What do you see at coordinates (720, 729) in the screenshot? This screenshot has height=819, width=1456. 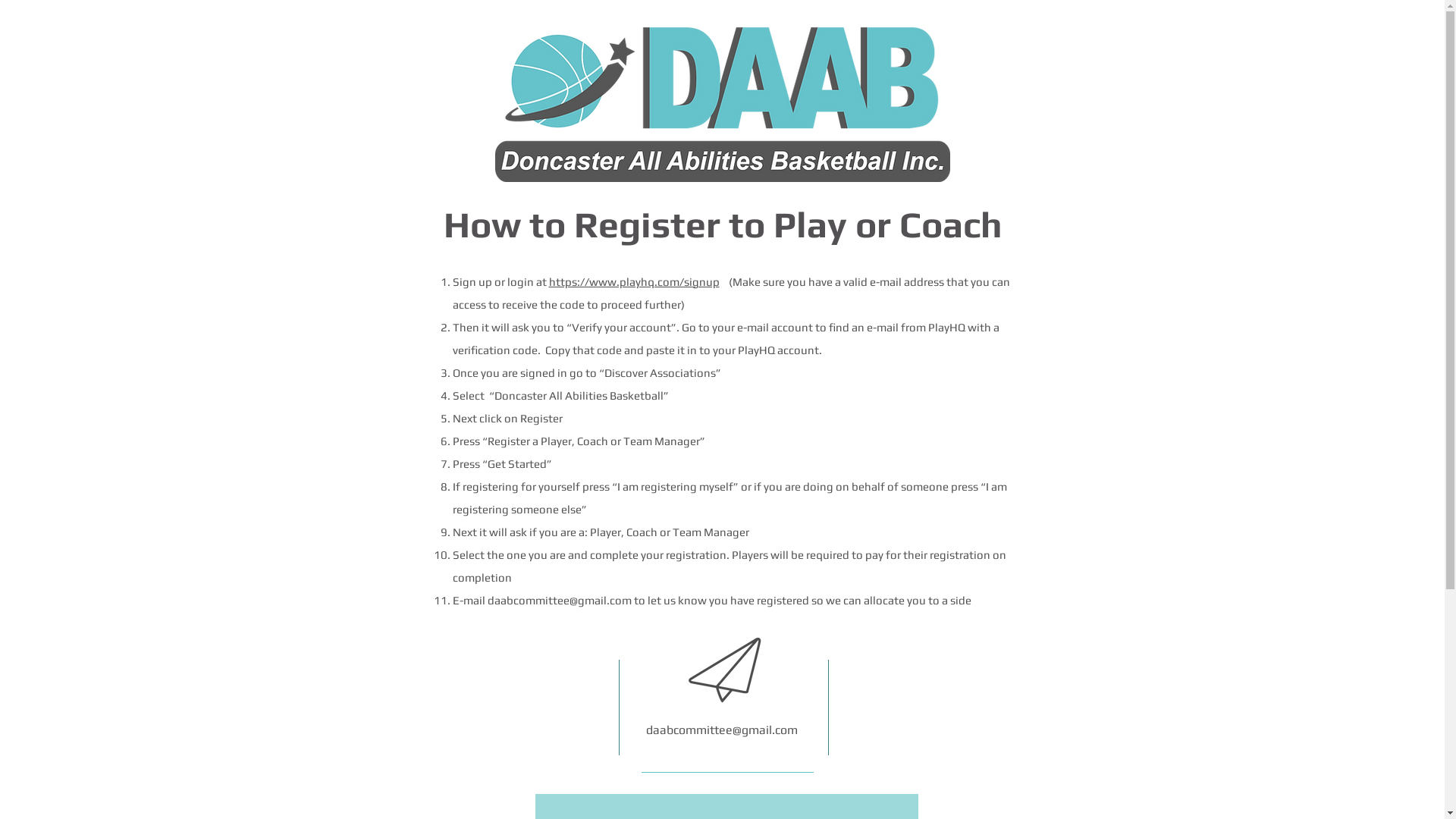 I see `'daabcommittee@gmail.com'` at bounding box center [720, 729].